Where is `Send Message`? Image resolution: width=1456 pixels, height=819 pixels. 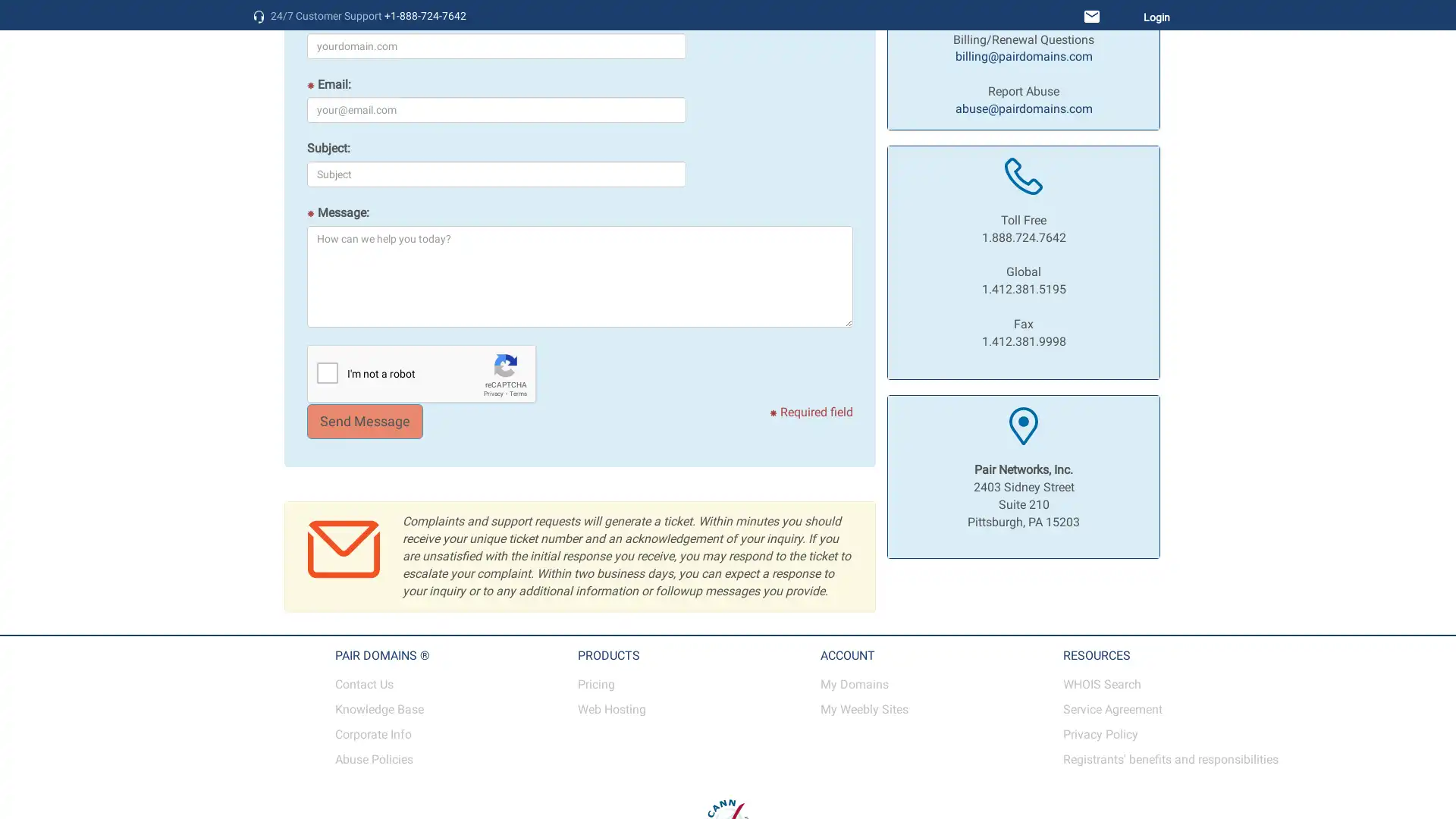 Send Message is located at coordinates (365, 421).